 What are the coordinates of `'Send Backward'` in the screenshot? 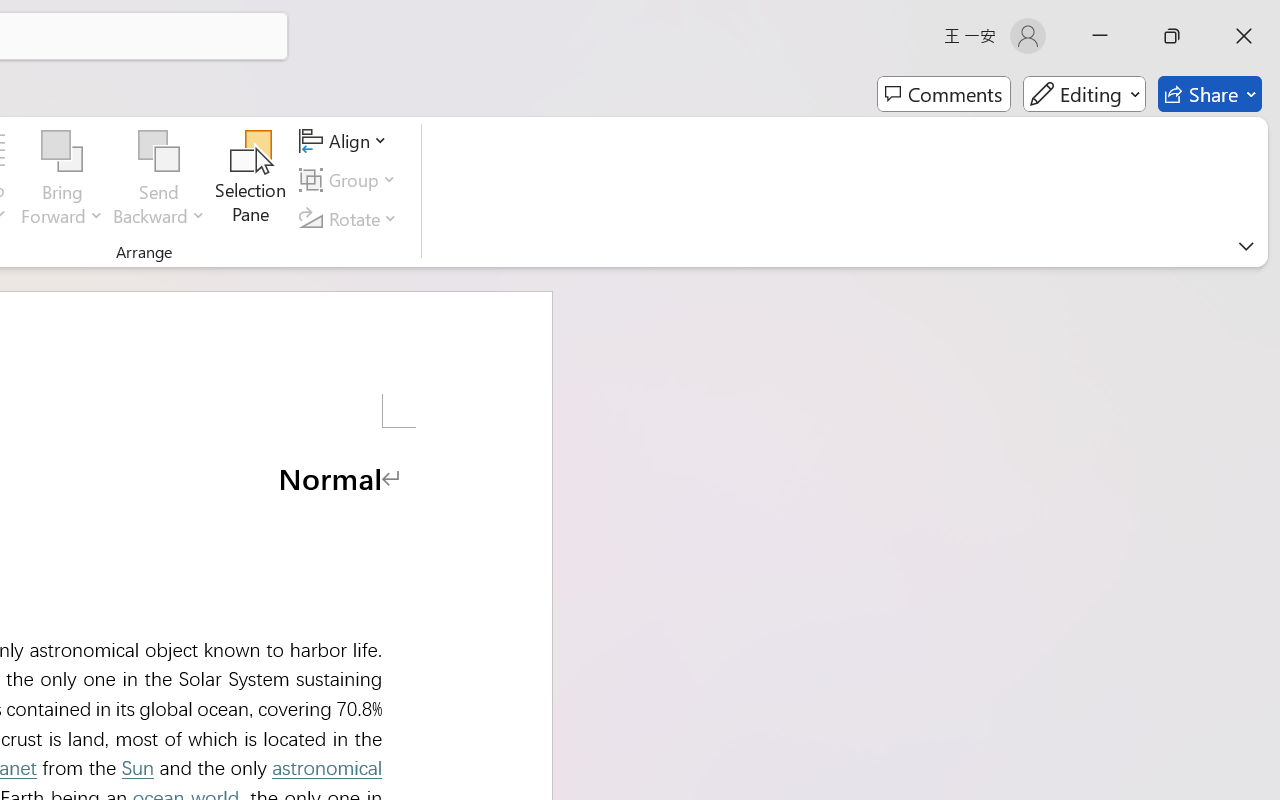 It's located at (158, 151).